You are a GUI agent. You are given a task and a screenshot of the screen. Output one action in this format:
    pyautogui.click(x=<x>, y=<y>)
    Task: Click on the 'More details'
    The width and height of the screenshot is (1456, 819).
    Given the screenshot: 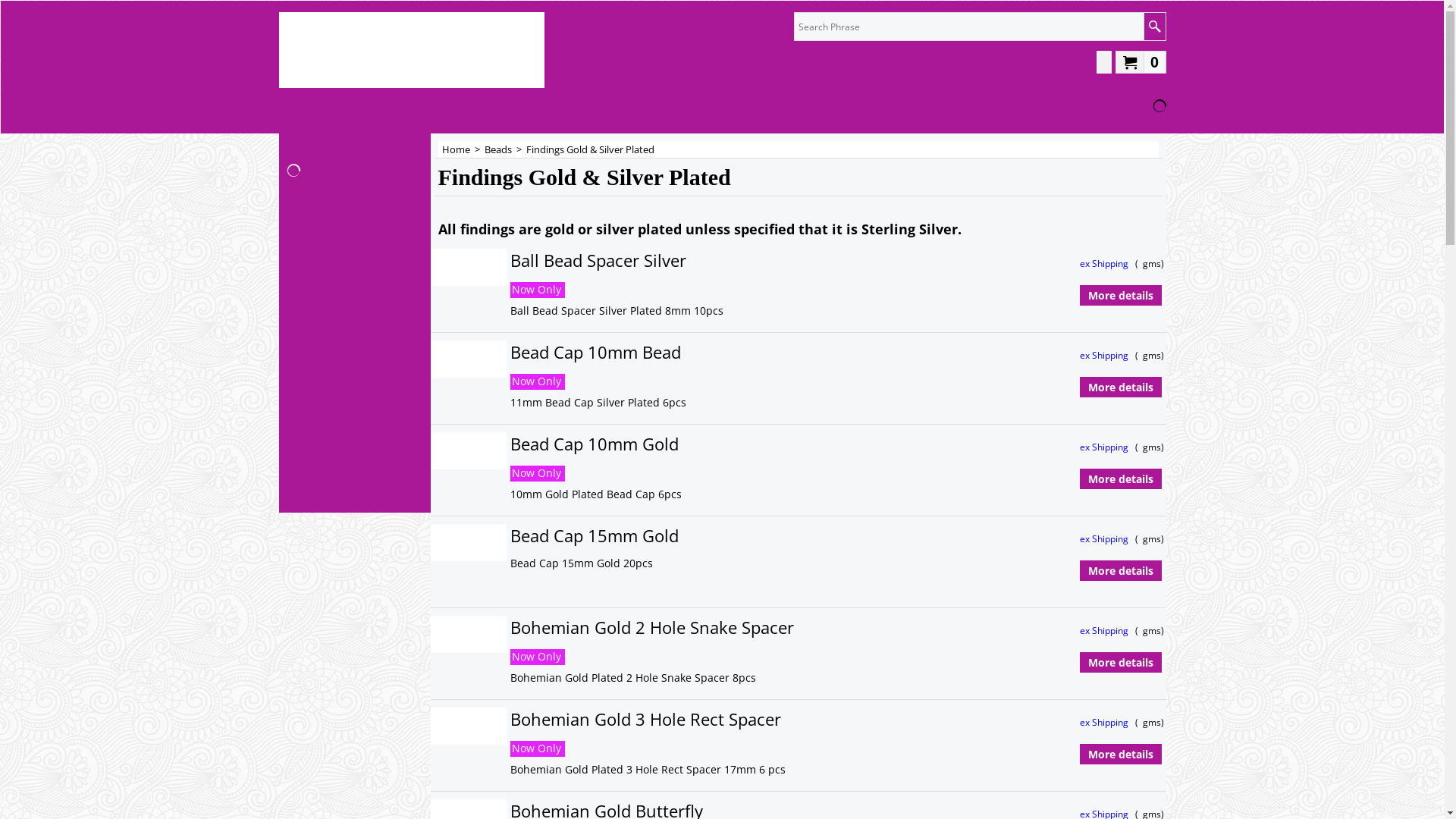 What is the action you would take?
    pyautogui.click(x=1079, y=755)
    